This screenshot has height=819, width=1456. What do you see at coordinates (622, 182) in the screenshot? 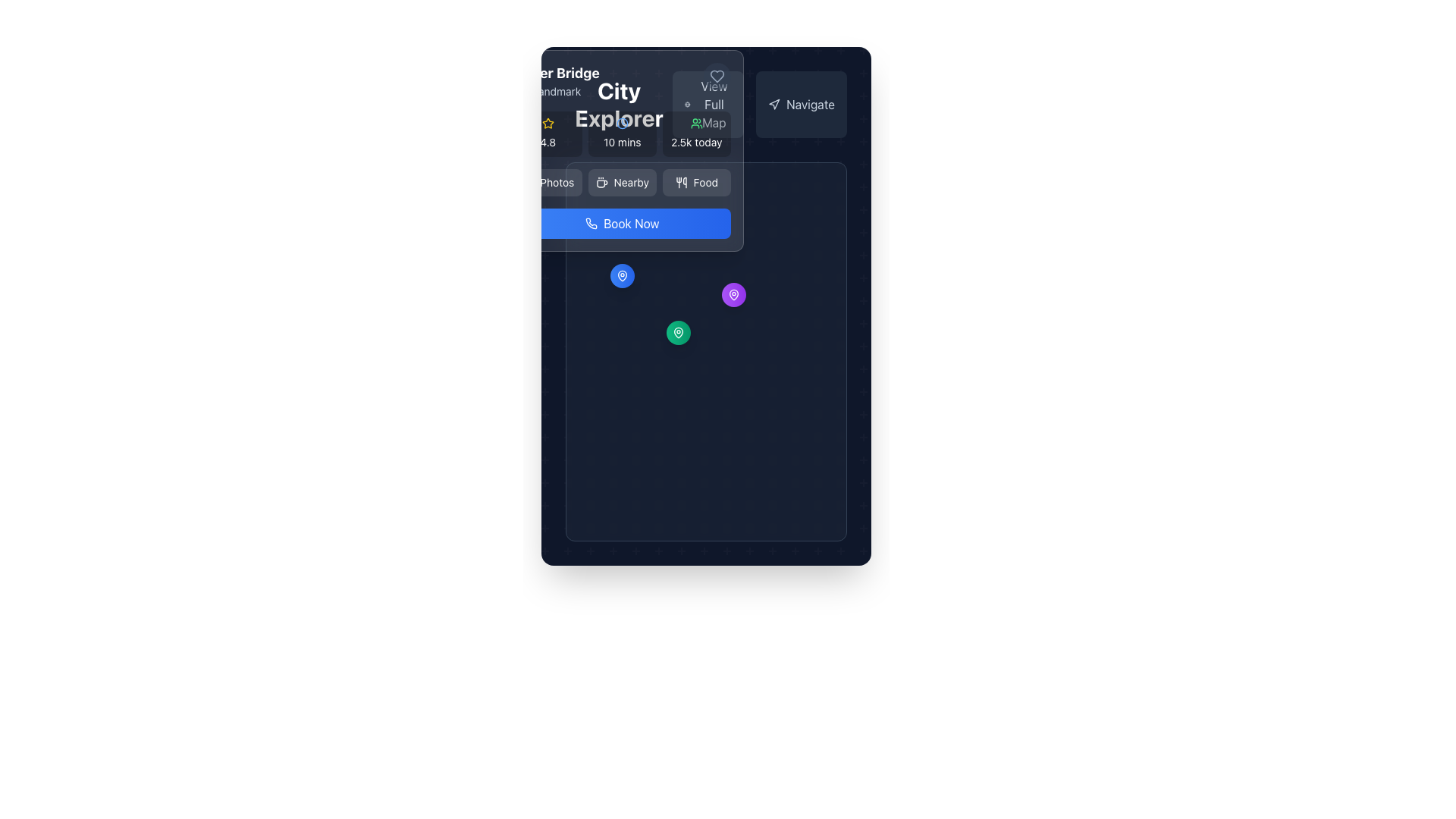
I see `the second button in the horizontal row of three buttons, located between the 'Photos' button and the 'Food' button` at bounding box center [622, 182].